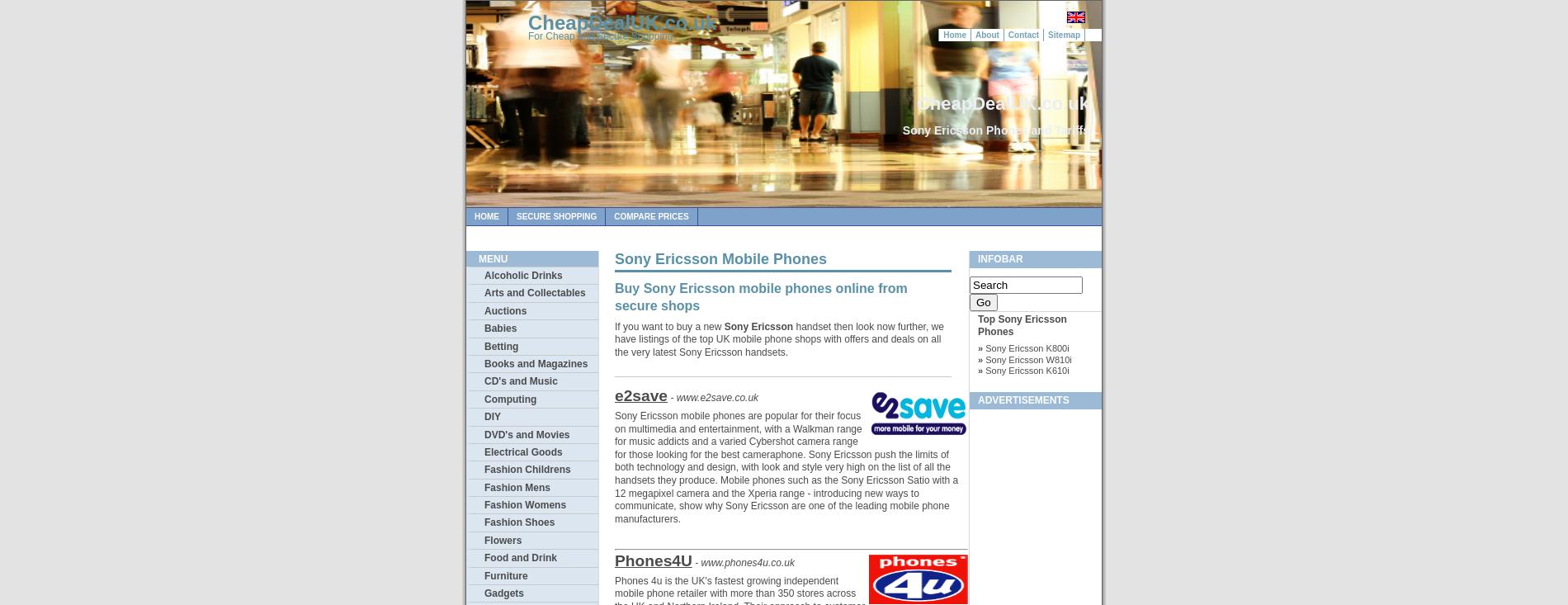 The height and width of the screenshot is (605, 1568). Describe the element at coordinates (743, 562) in the screenshot. I see `'- www.phones4u.co.uk'` at that location.